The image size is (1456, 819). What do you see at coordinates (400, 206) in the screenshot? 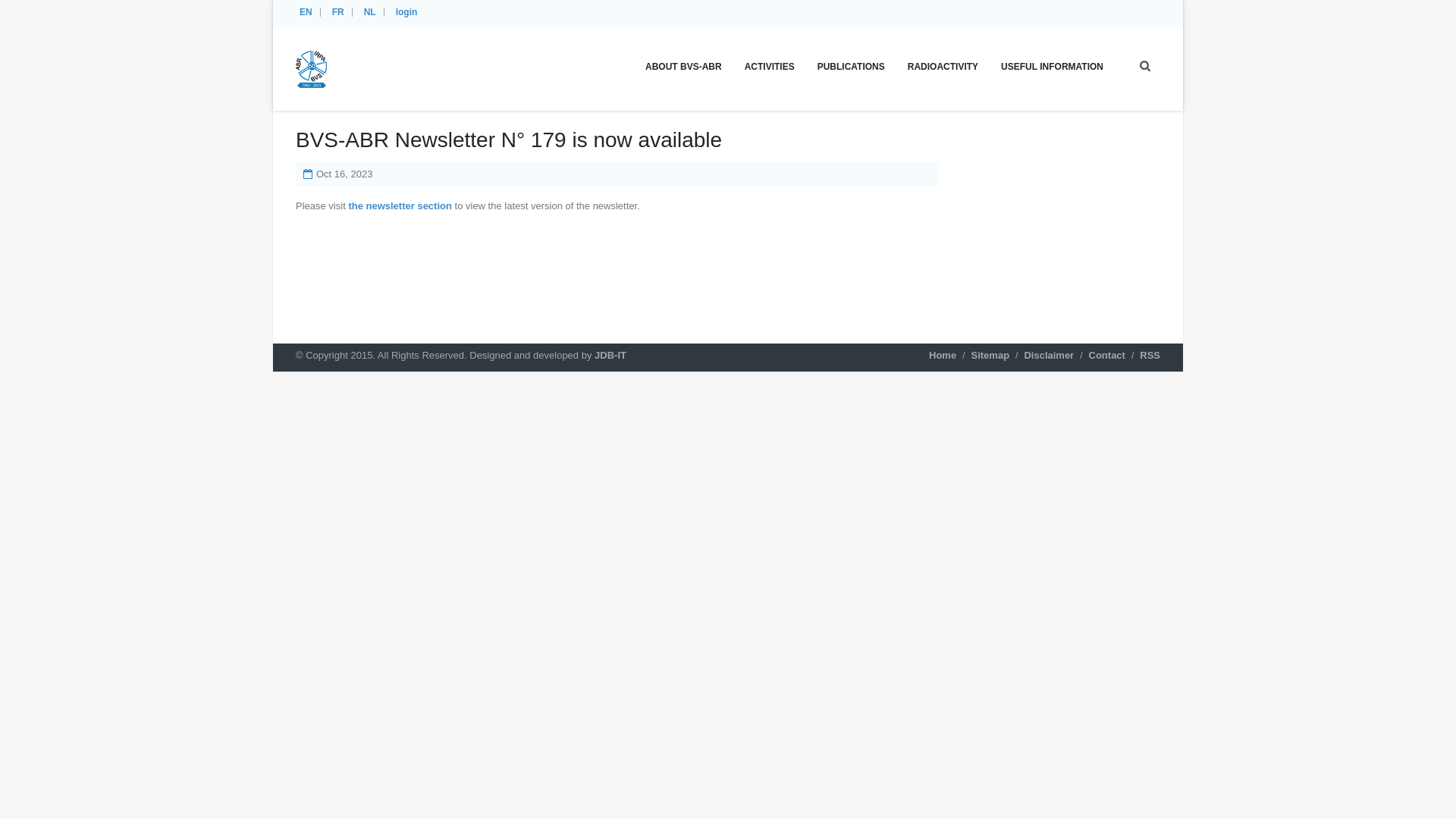
I see `'the newsletter section'` at bounding box center [400, 206].